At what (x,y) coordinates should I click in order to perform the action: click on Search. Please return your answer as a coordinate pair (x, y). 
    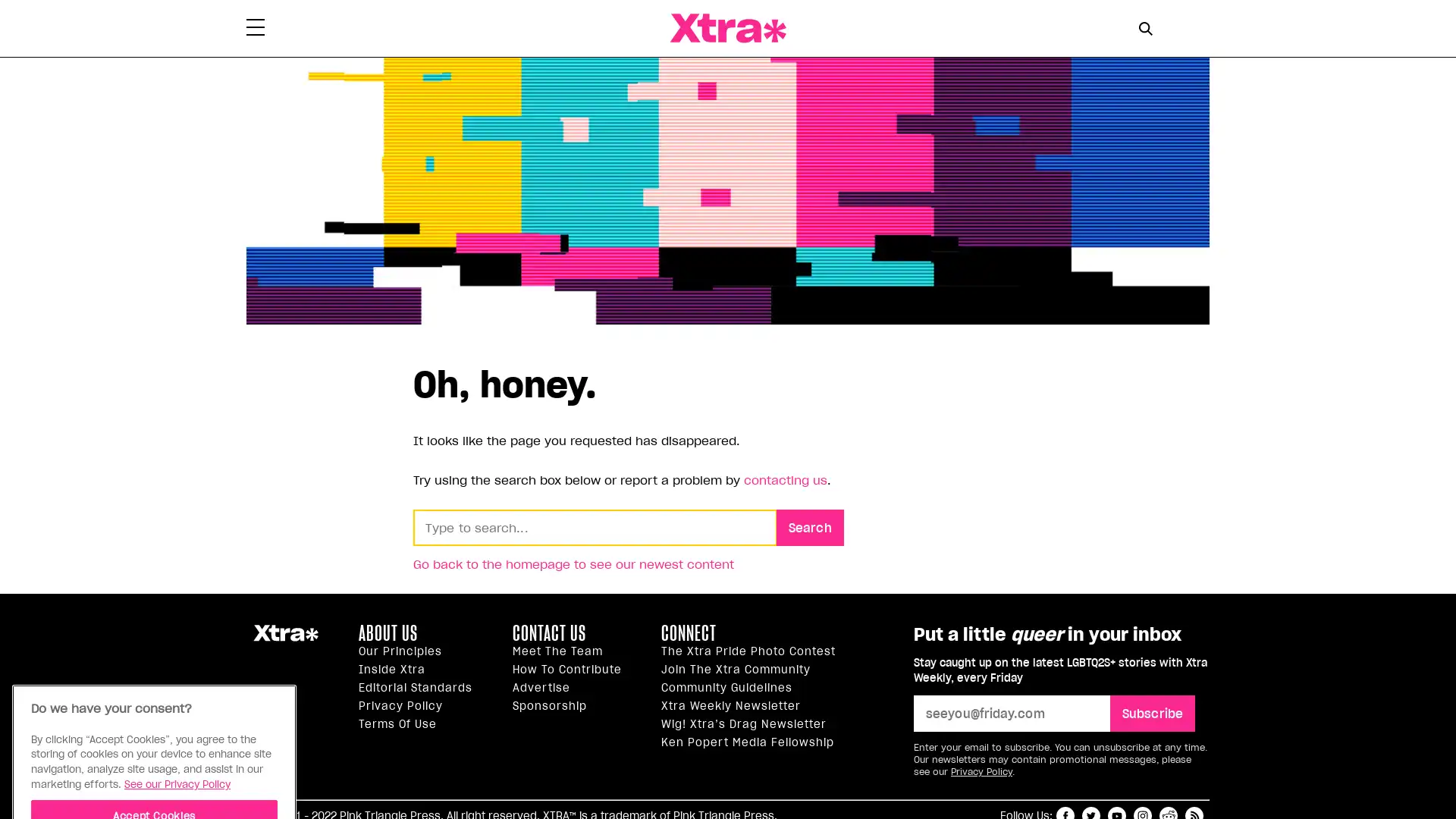
    Looking at the image, I should click on (809, 526).